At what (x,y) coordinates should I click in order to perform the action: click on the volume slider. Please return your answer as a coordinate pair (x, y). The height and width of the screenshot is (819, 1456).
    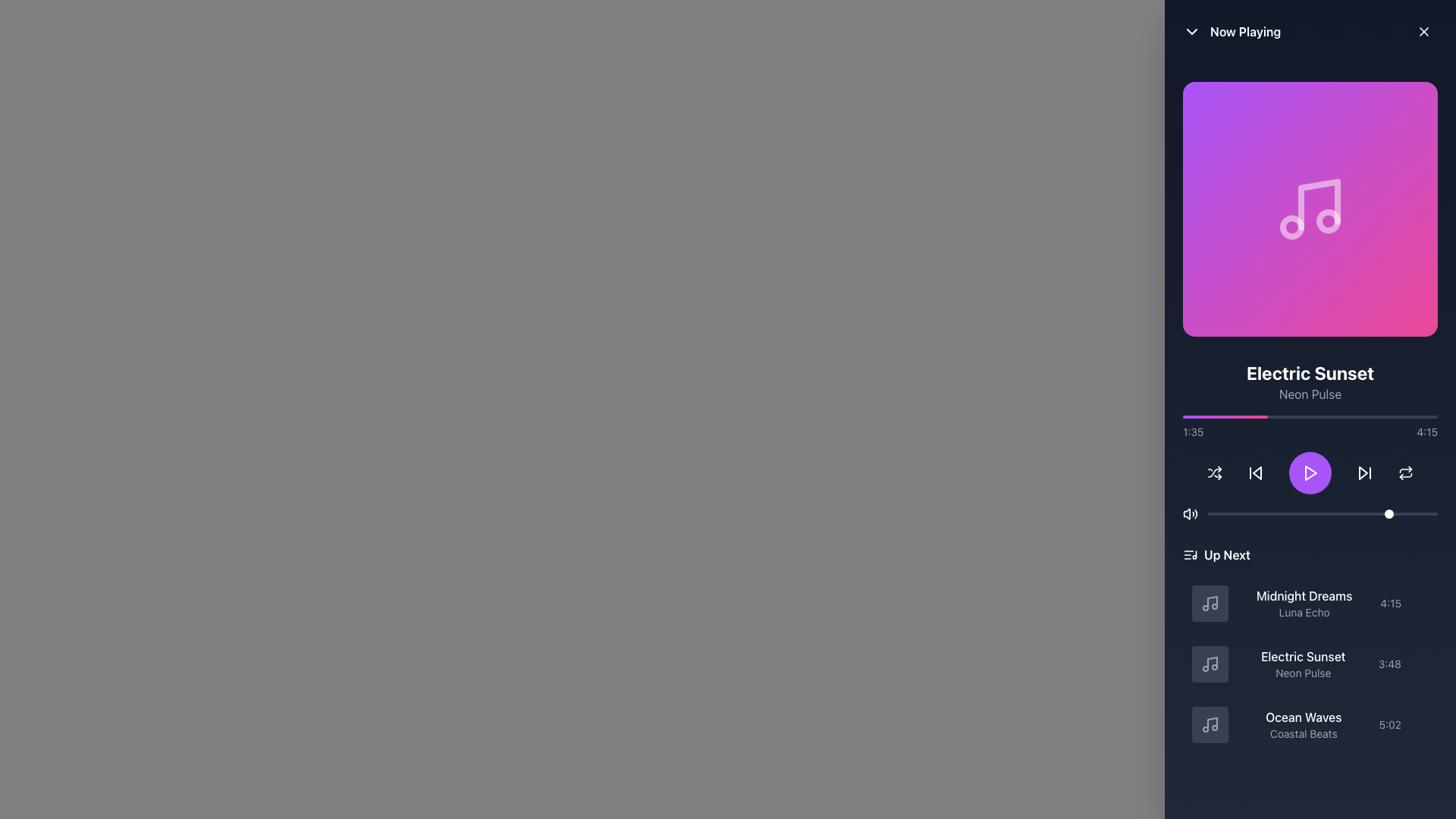
    Looking at the image, I should click on (1423, 513).